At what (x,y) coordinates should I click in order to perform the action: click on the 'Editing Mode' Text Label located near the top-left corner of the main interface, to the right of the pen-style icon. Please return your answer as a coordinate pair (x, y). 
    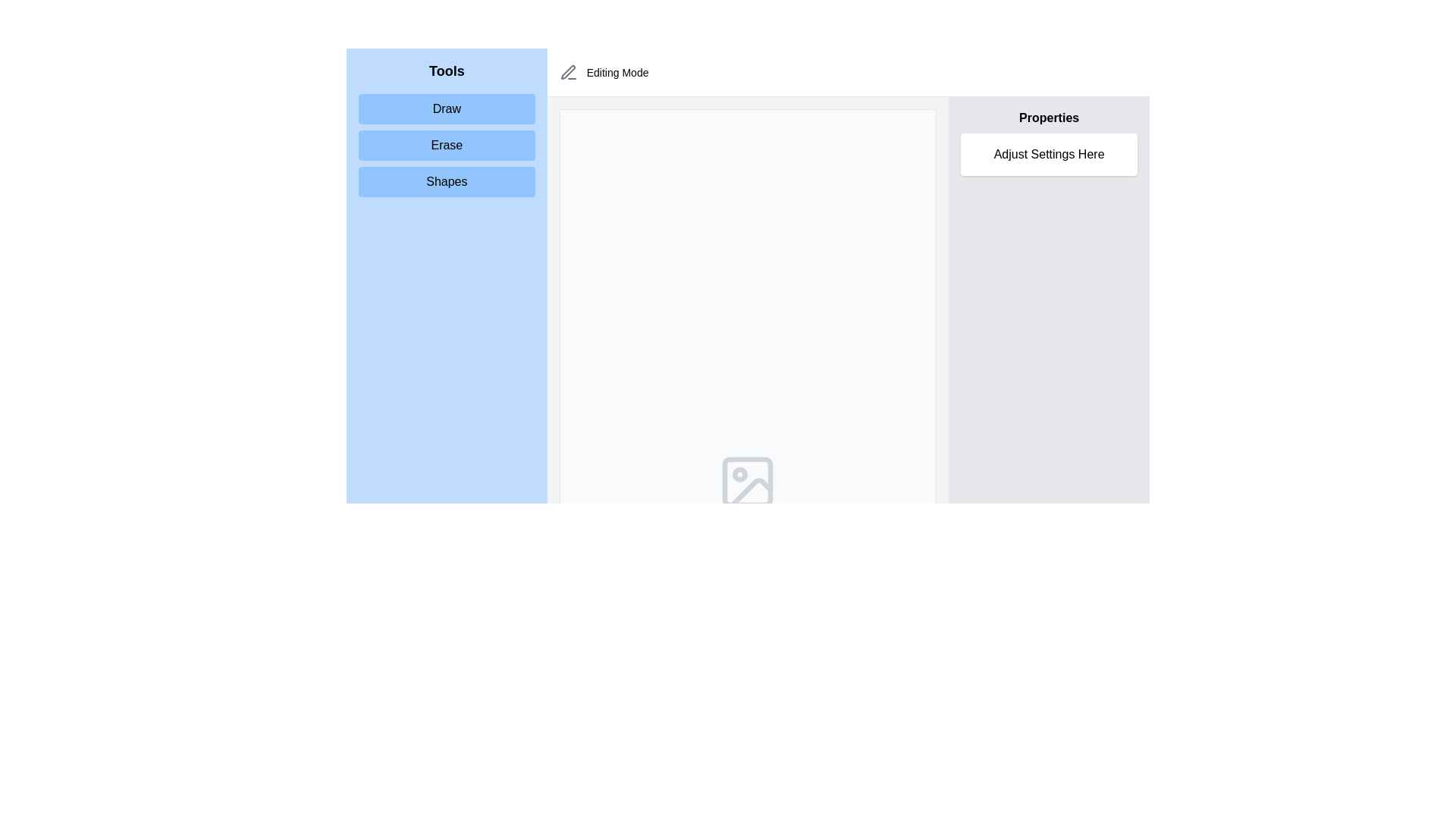
    Looking at the image, I should click on (617, 72).